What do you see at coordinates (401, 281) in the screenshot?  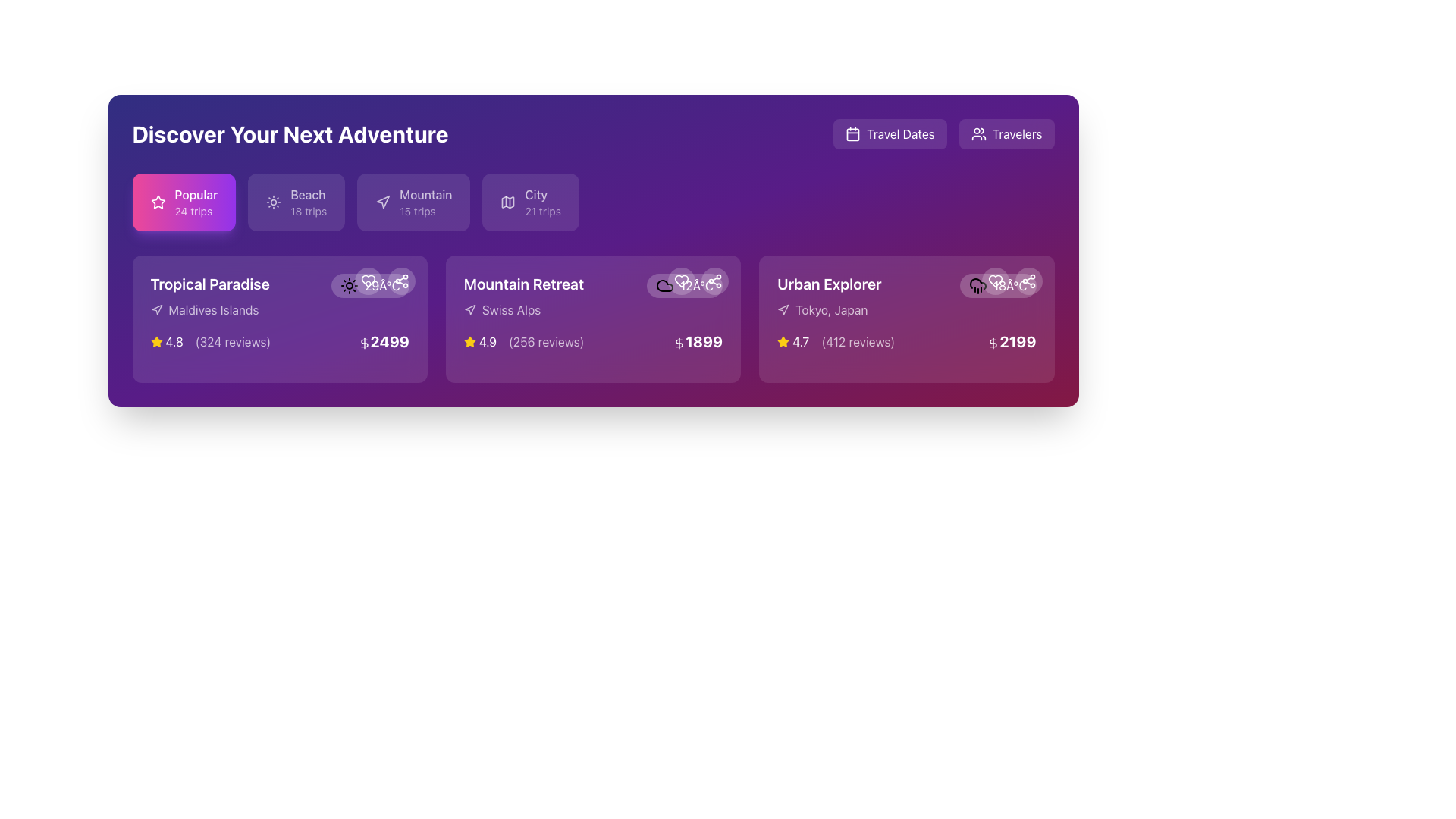 I see `the share icon` at bounding box center [401, 281].